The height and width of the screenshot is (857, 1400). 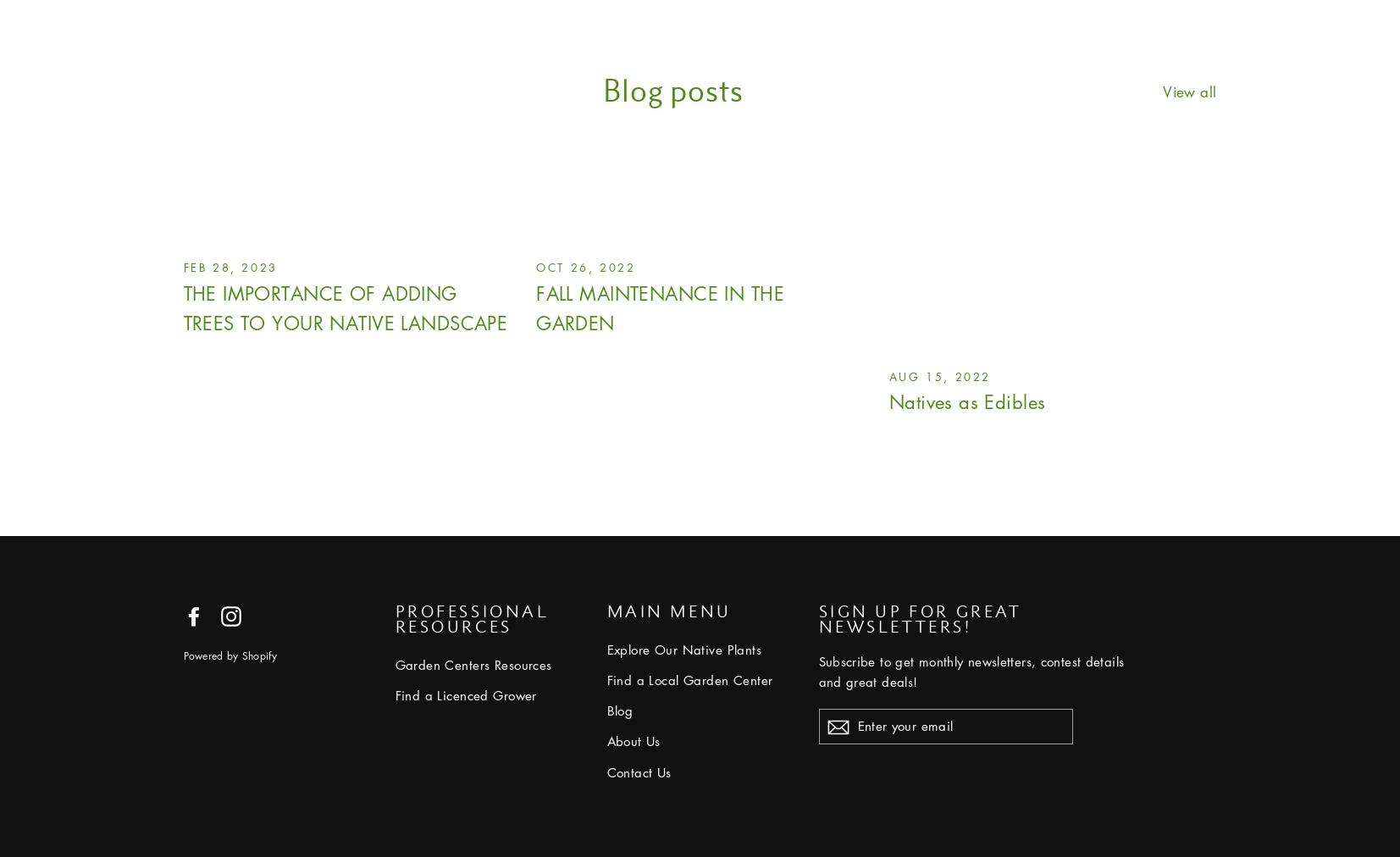 What do you see at coordinates (939, 375) in the screenshot?
I see `'Aug 15, 2022'` at bounding box center [939, 375].